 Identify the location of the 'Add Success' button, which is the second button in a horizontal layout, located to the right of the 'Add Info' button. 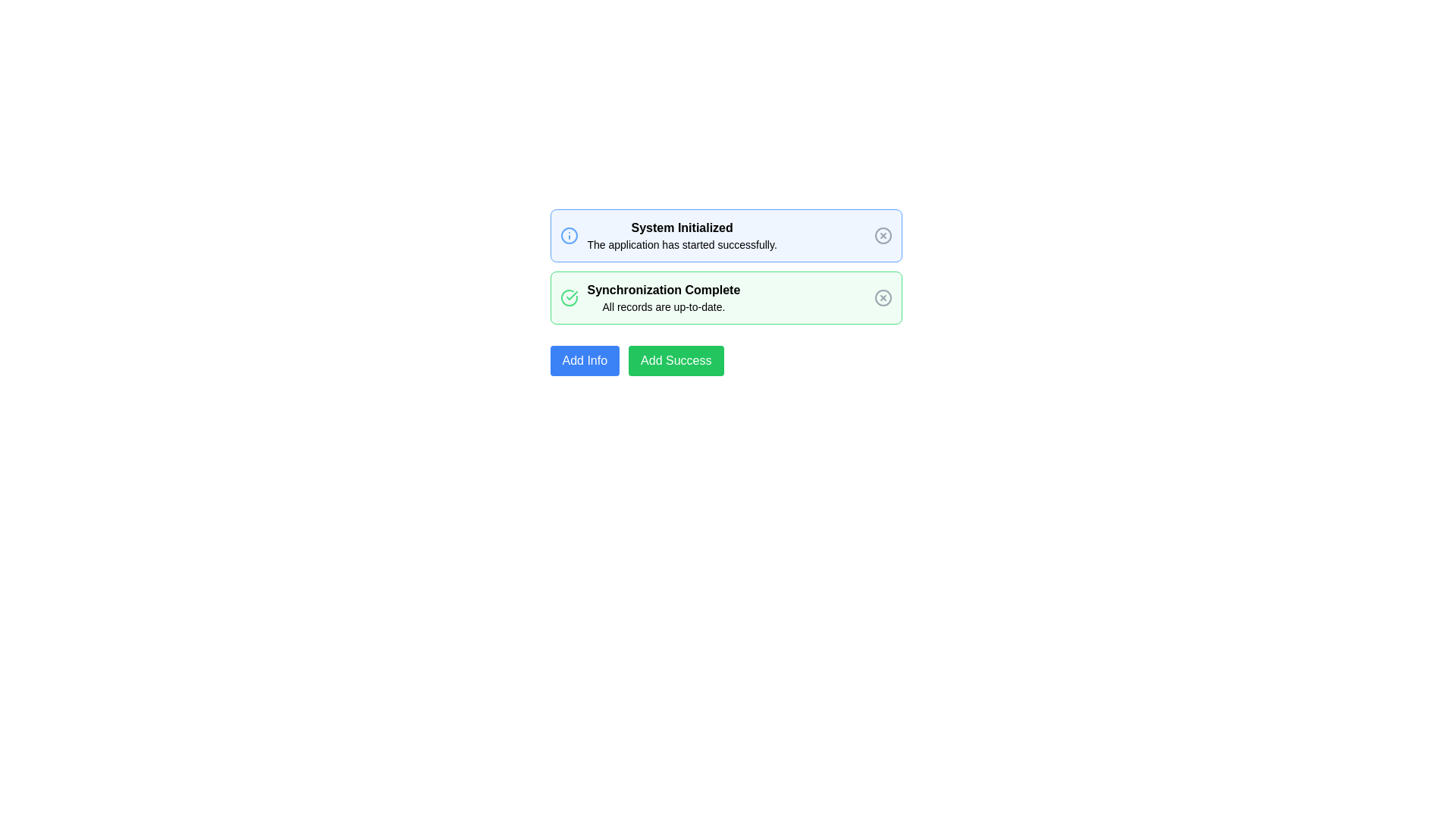
(675, 360).